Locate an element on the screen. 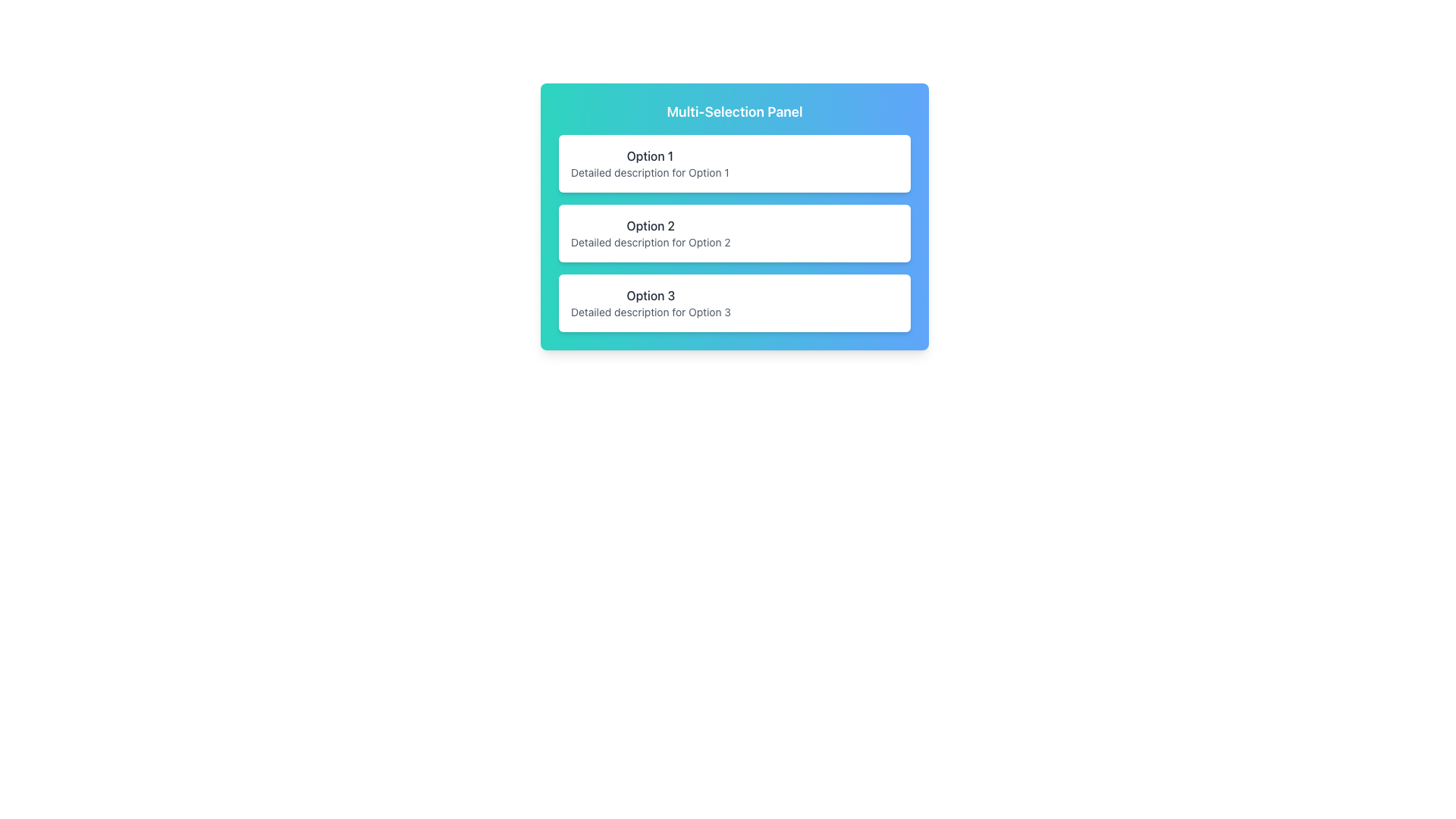  the third option card labeled 'Option 3' in the 'Multi-Selection Panel' is located at coordinates (735, 303).